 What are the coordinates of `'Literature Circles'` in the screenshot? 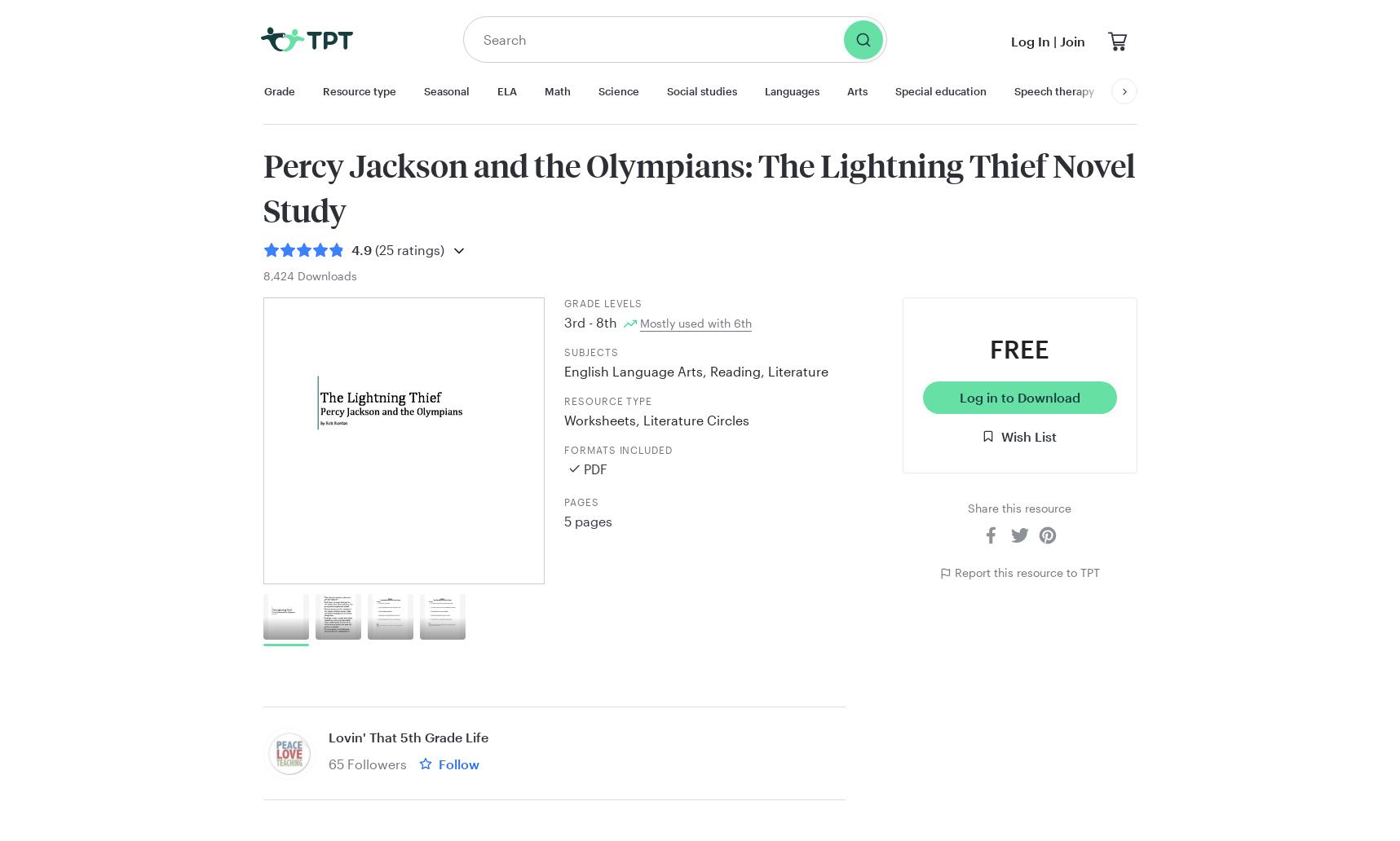 It's located at (695, 419).